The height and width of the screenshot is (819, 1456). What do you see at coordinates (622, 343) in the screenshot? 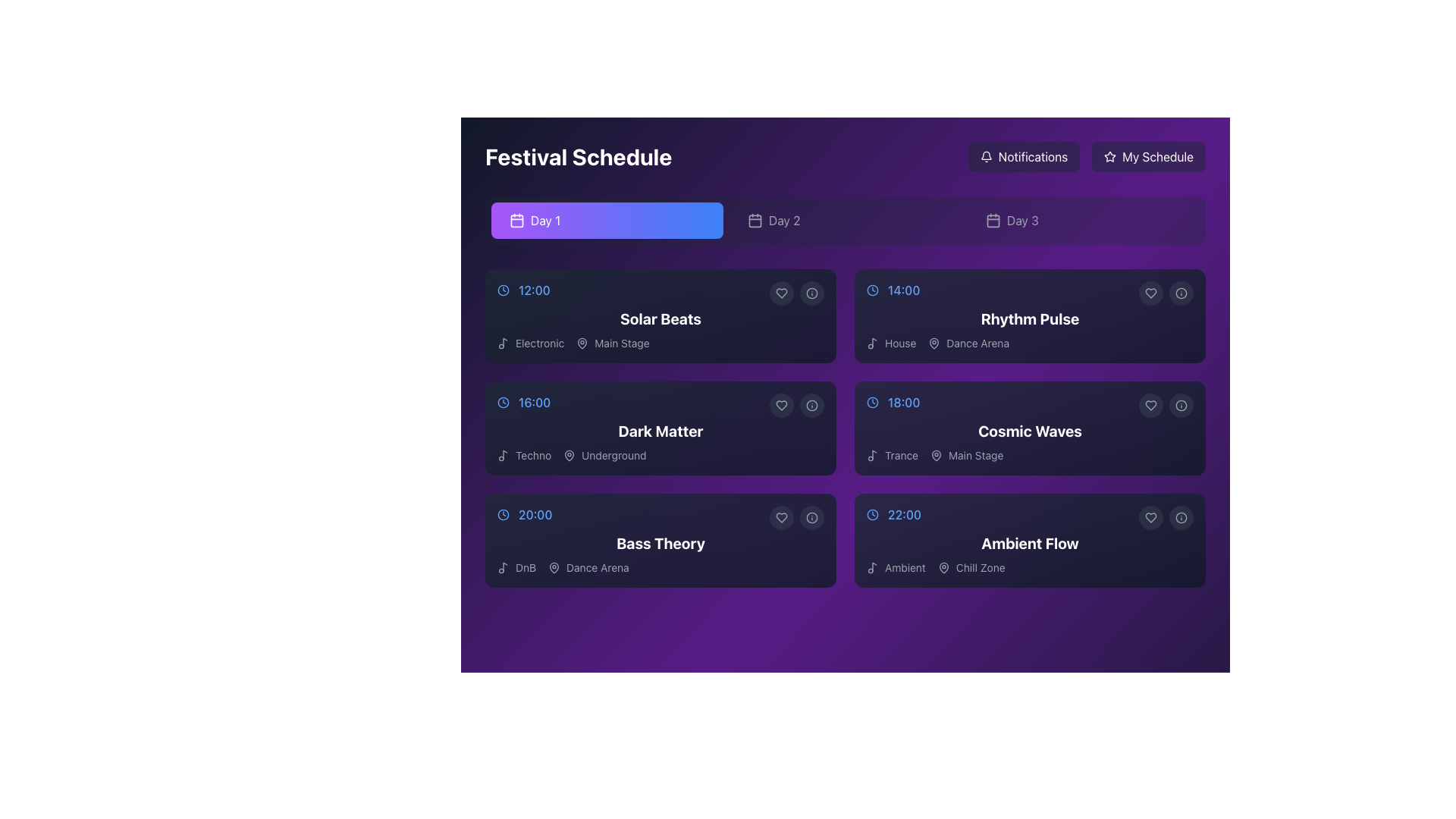
I see `the static text label displaying 'Main Stage' on the dark card-like background within the schedule interface for the 'Solar Beats' event` at bounding box center [622, 343].